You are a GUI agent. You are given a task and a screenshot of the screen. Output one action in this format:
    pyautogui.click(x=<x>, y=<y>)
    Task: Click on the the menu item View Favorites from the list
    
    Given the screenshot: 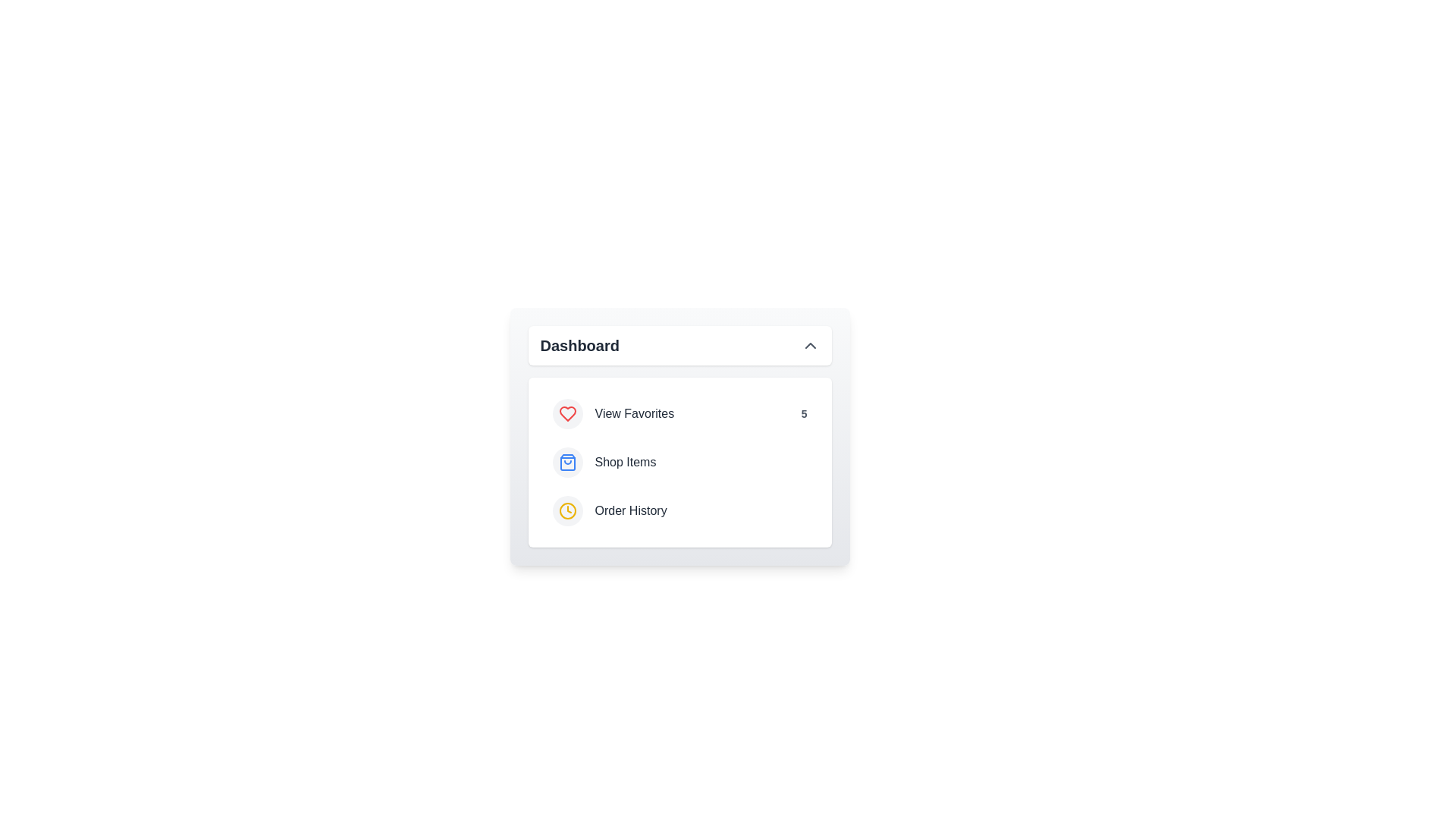 What is the action you would take?
    pyautogui.click(x=679, y=414)
    